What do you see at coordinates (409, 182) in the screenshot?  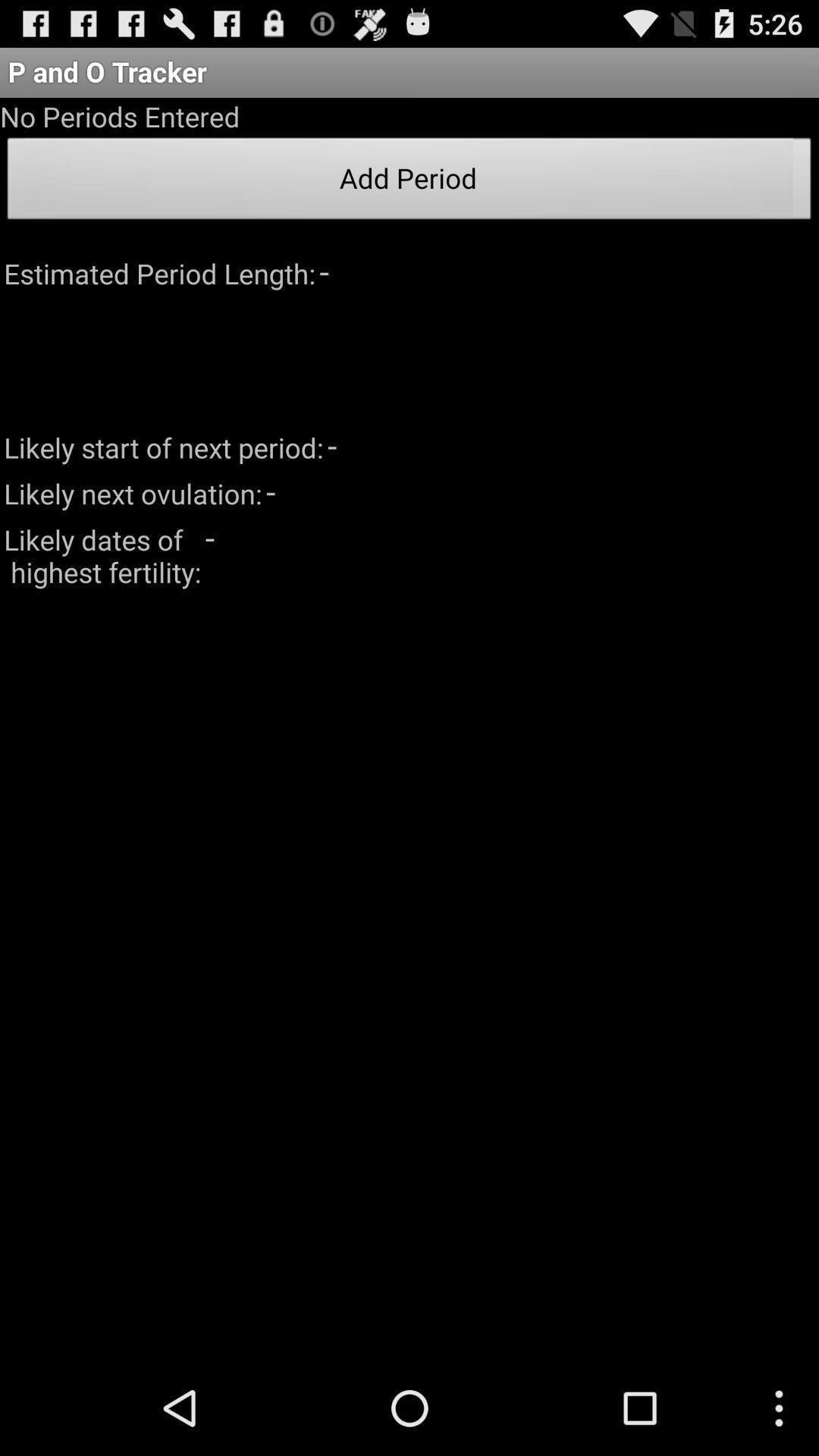 I see `the add period item` at bounding box center [409, 182].